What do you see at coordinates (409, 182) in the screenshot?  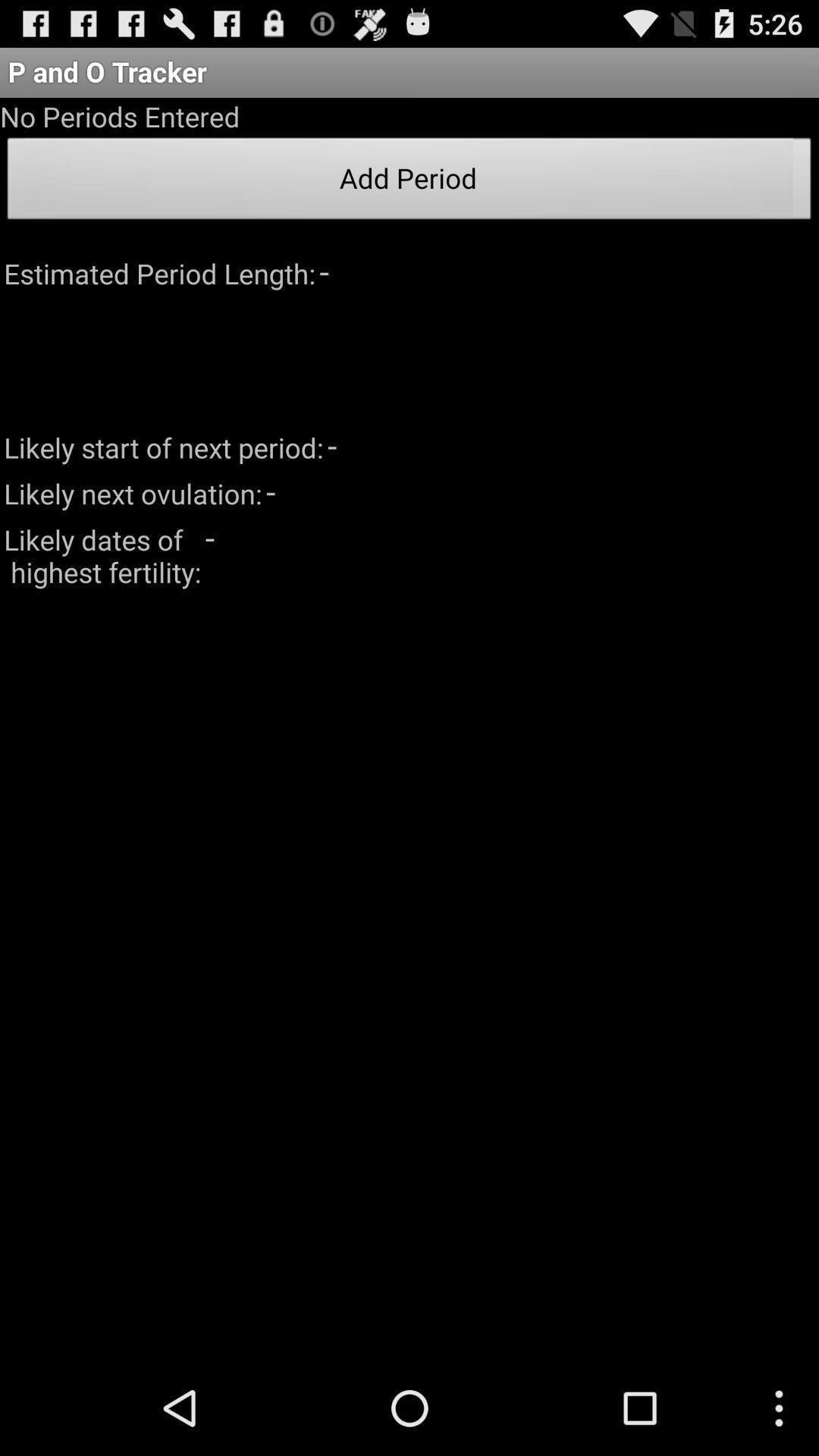 I see `the add period item` at bounding box center [409, 182].